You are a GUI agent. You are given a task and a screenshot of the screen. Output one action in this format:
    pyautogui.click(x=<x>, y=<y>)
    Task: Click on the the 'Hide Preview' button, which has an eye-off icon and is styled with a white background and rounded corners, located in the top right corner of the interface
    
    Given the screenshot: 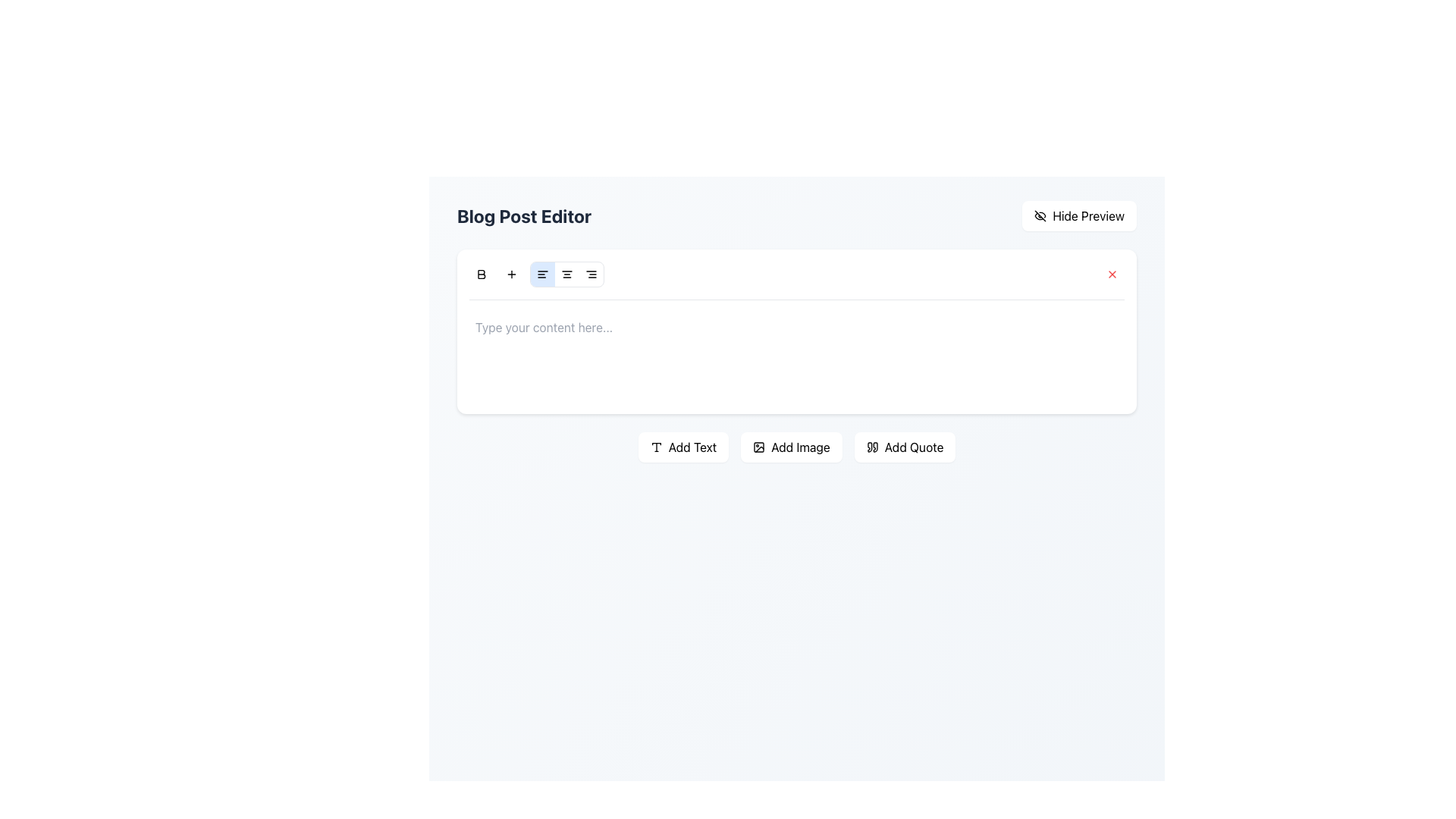 What is the action you would take?
    pyautogui.click(x=1078, y=216)
    